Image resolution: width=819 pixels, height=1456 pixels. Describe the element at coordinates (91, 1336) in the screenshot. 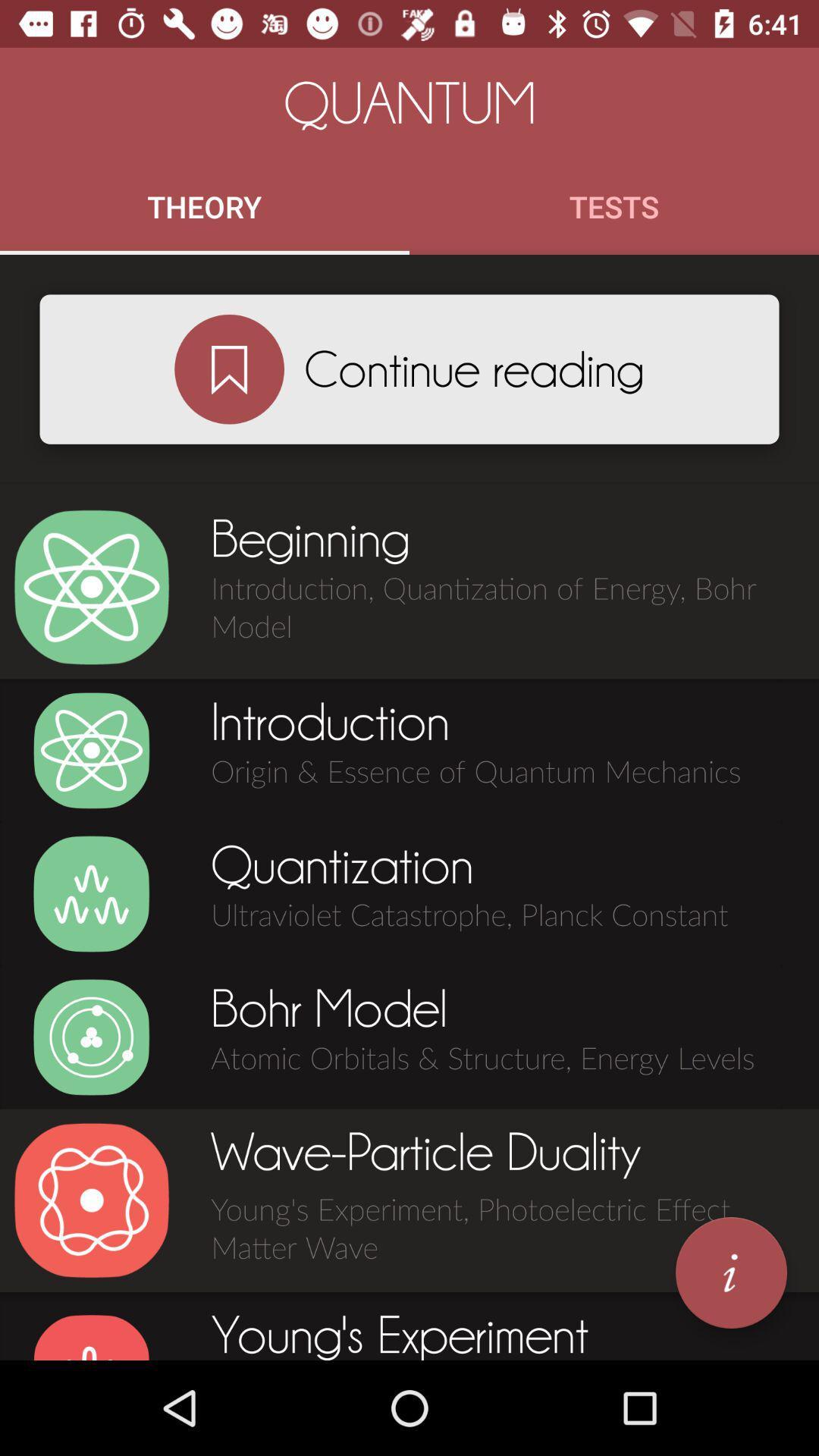

I see `click for young 's experiment` at that location.